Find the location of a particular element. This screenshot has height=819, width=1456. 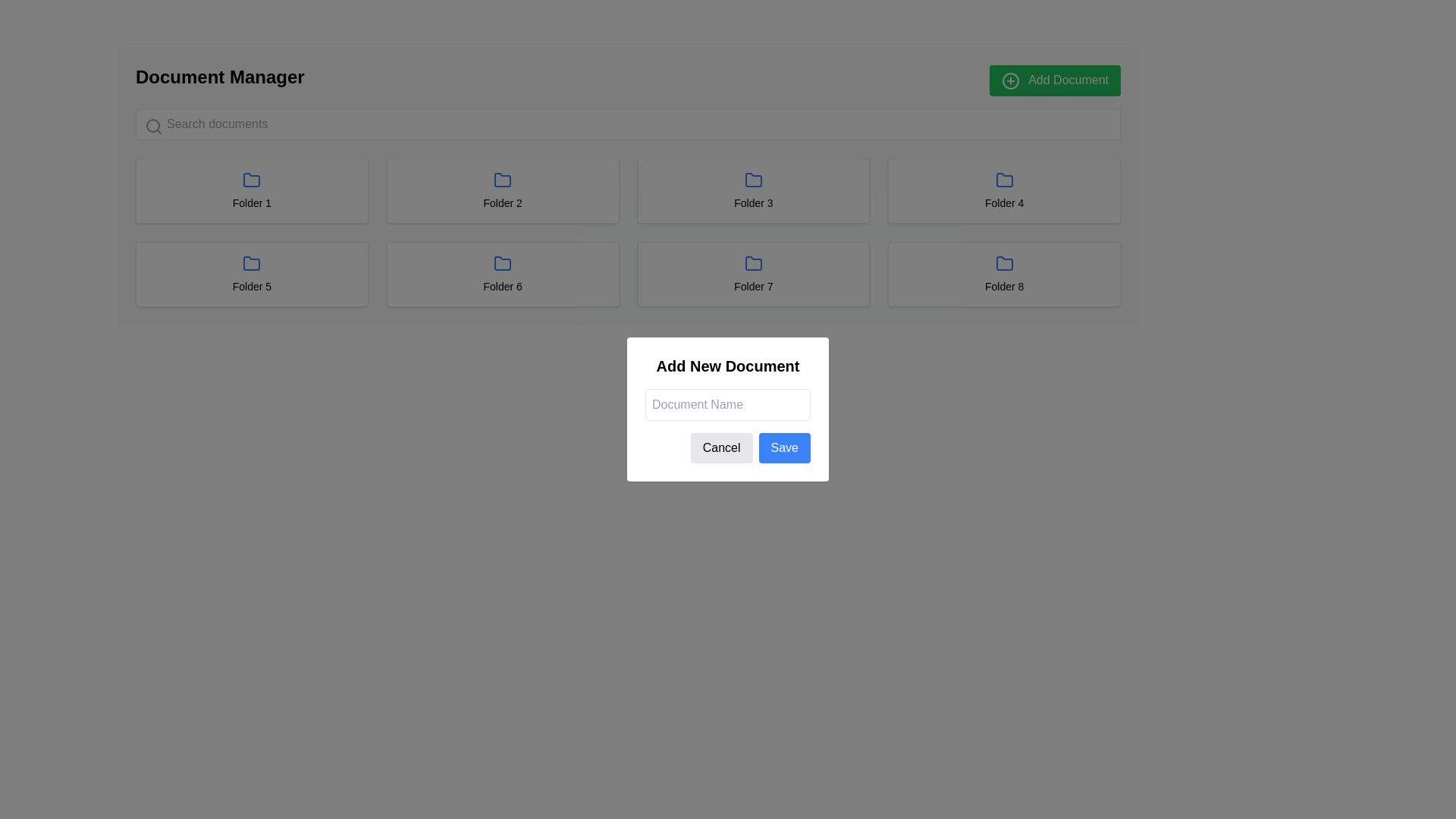

the text label displaying 'Folder 7', which is located below the blue folder icon in the seventh card of a grid formation is located at coordinates (753, 286).